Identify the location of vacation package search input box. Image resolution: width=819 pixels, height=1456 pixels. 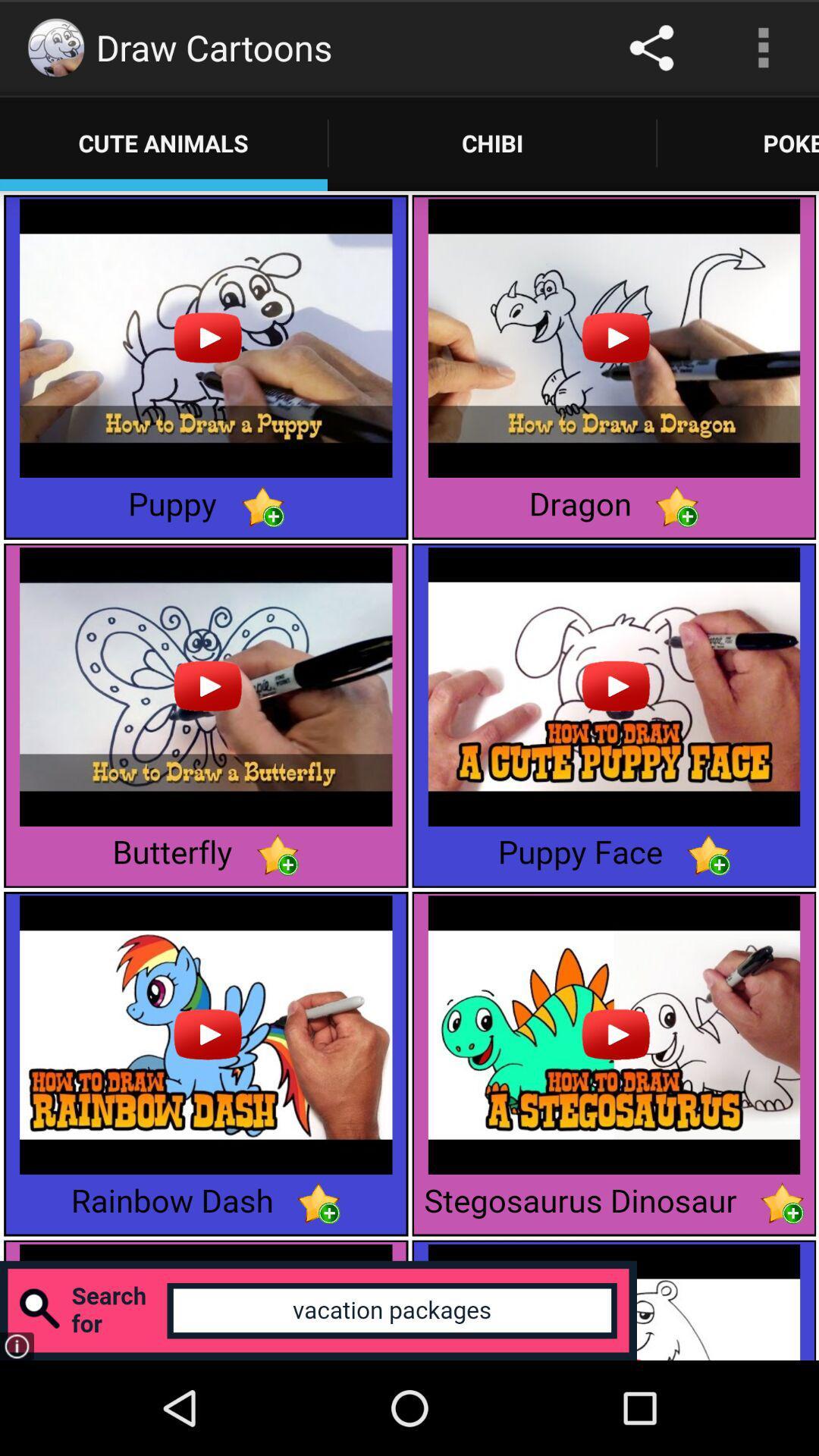
(318, 1310).